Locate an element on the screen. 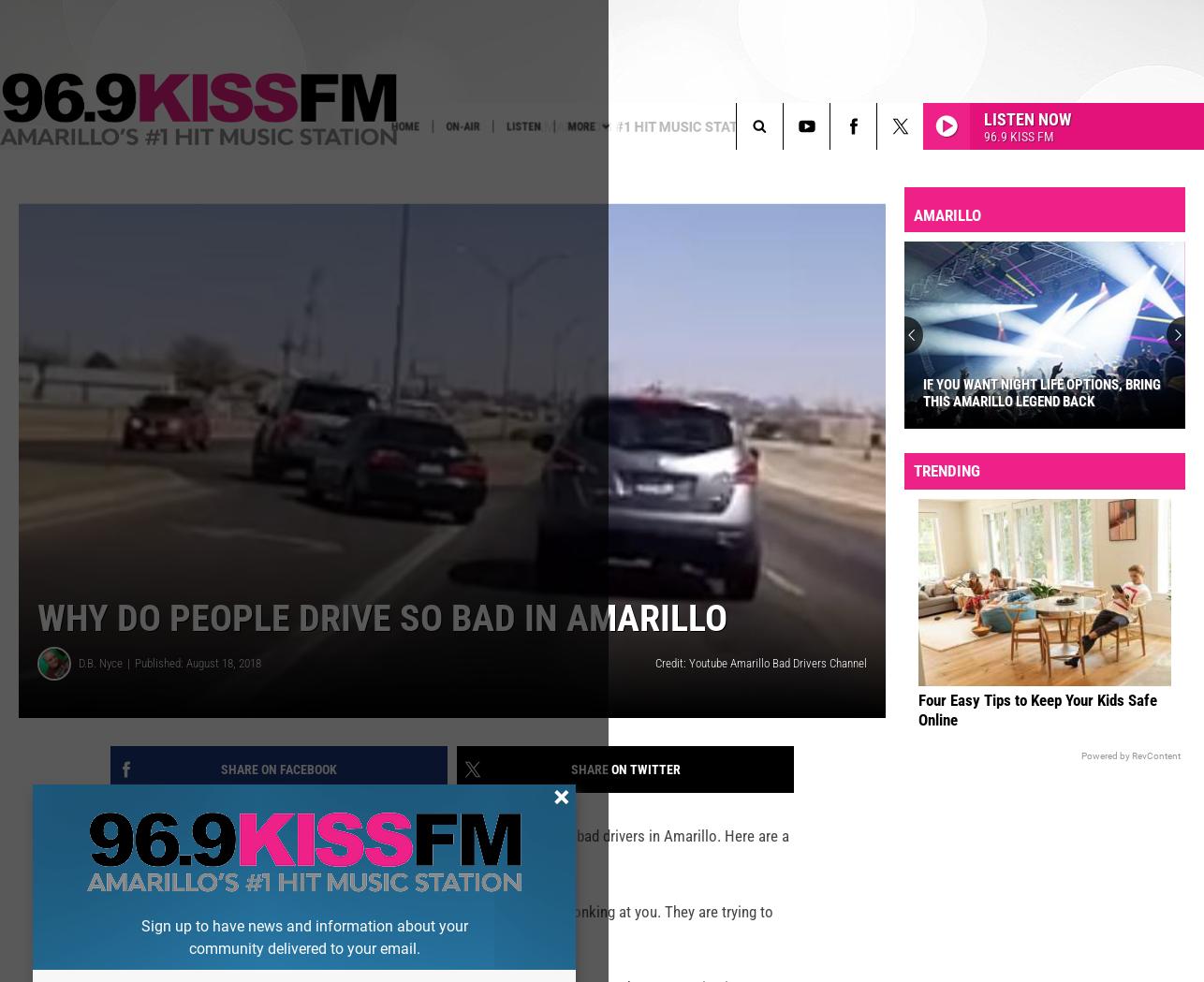 The width and height of the screenshot is (1204, 982). 'Download Our App' is located at coordinates (222, 164).